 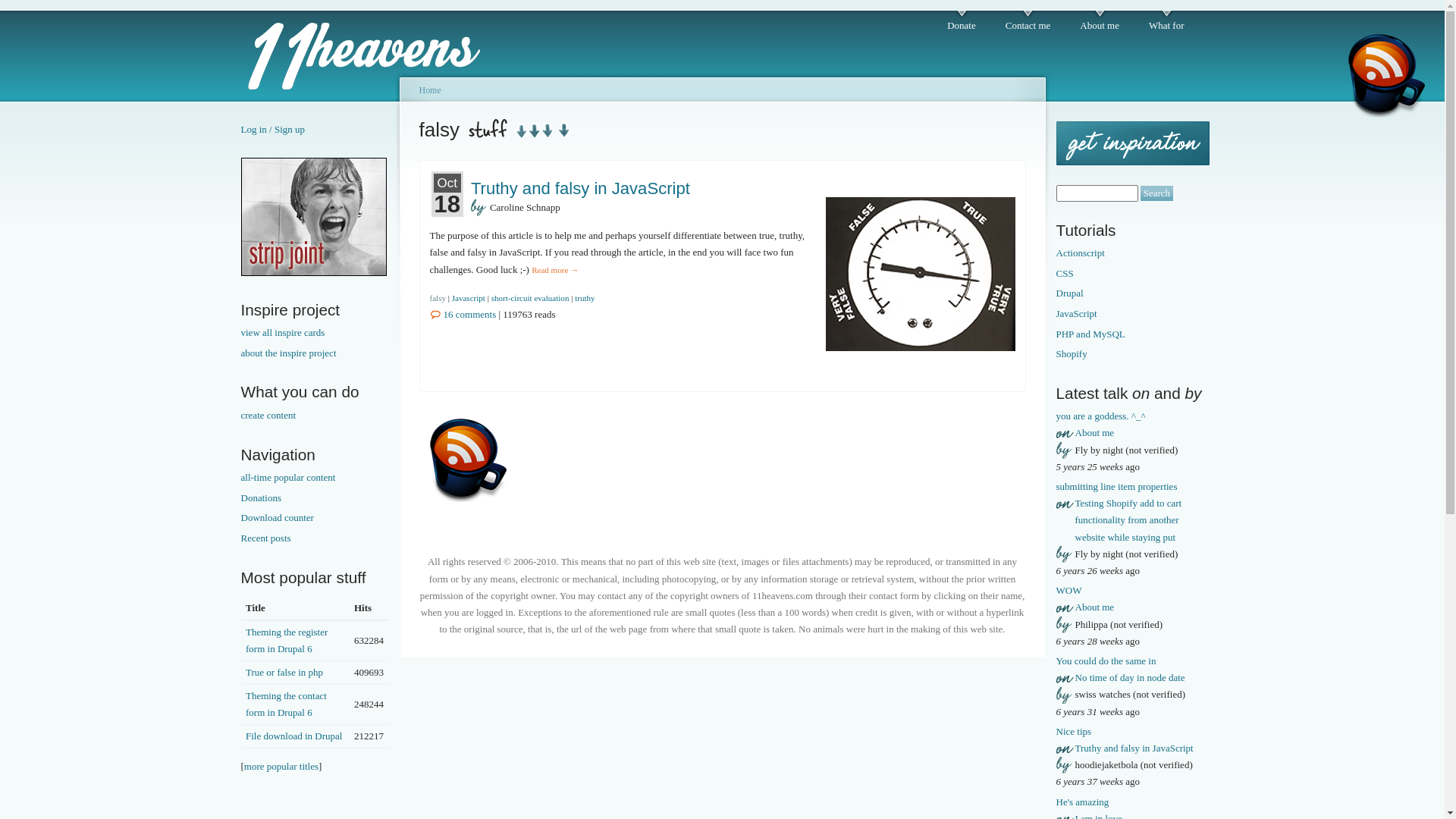 I want to click on '16 comments', so click(x=461, y=313).